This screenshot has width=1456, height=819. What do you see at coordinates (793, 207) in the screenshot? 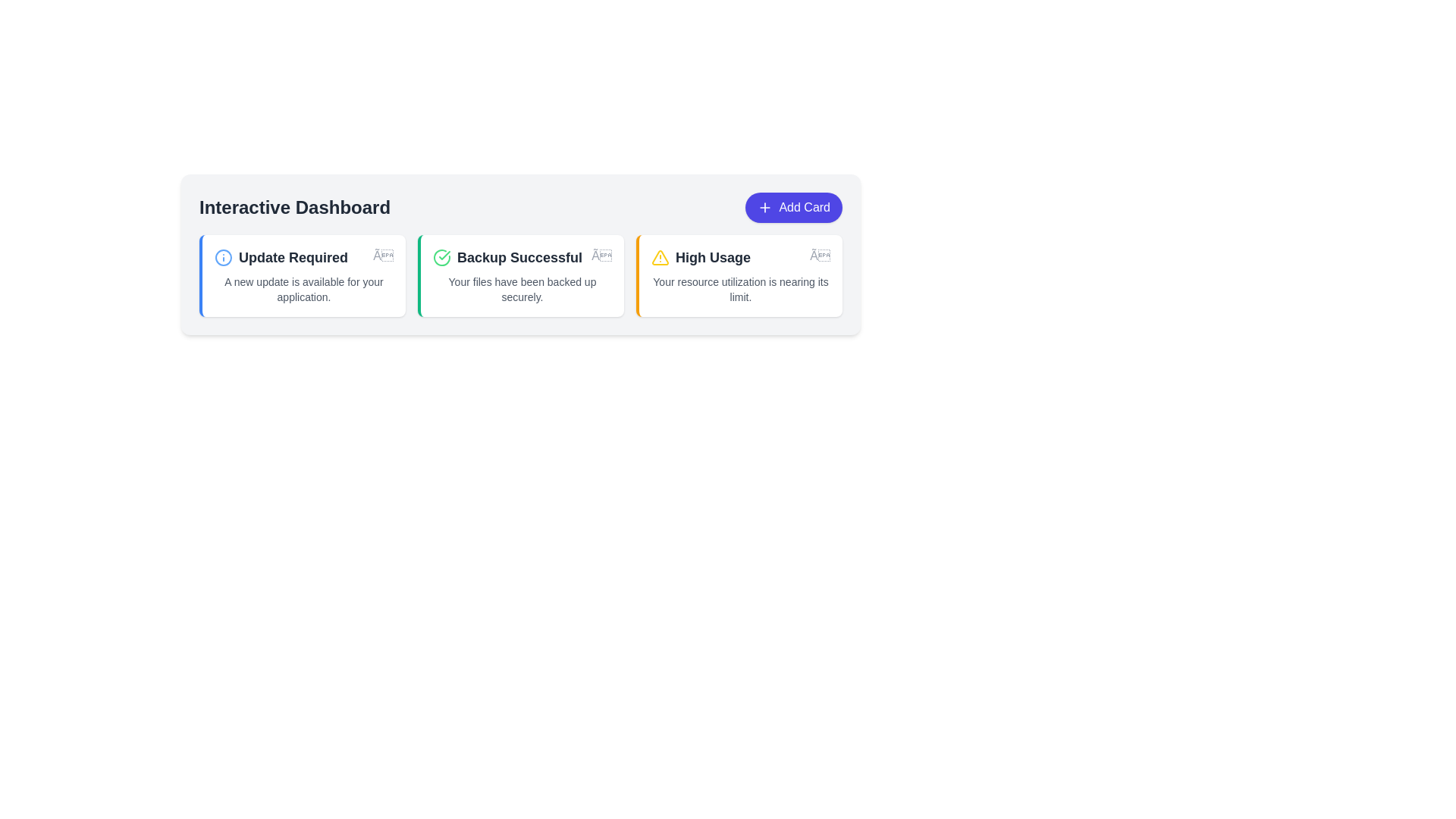
I see `the 'Add New Card' button located on the right-hand side of the interface in the row containing the title 'Interactive Dashboard'` at bounding box center [793, 207].